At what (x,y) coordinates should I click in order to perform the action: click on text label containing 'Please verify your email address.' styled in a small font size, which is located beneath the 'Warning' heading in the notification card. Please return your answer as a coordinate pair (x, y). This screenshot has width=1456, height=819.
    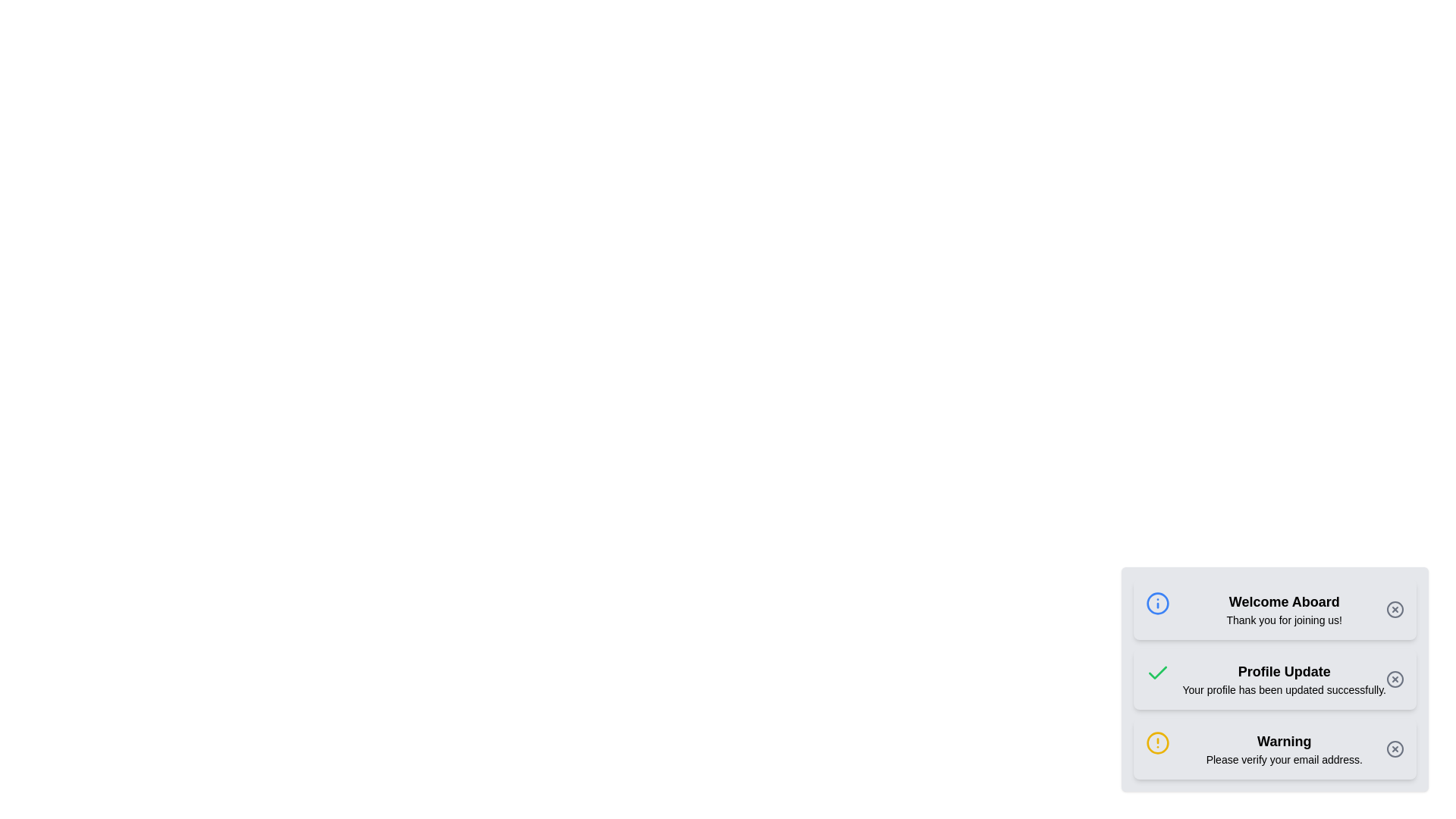
    Looking at the image, I should click on (1283, 760).